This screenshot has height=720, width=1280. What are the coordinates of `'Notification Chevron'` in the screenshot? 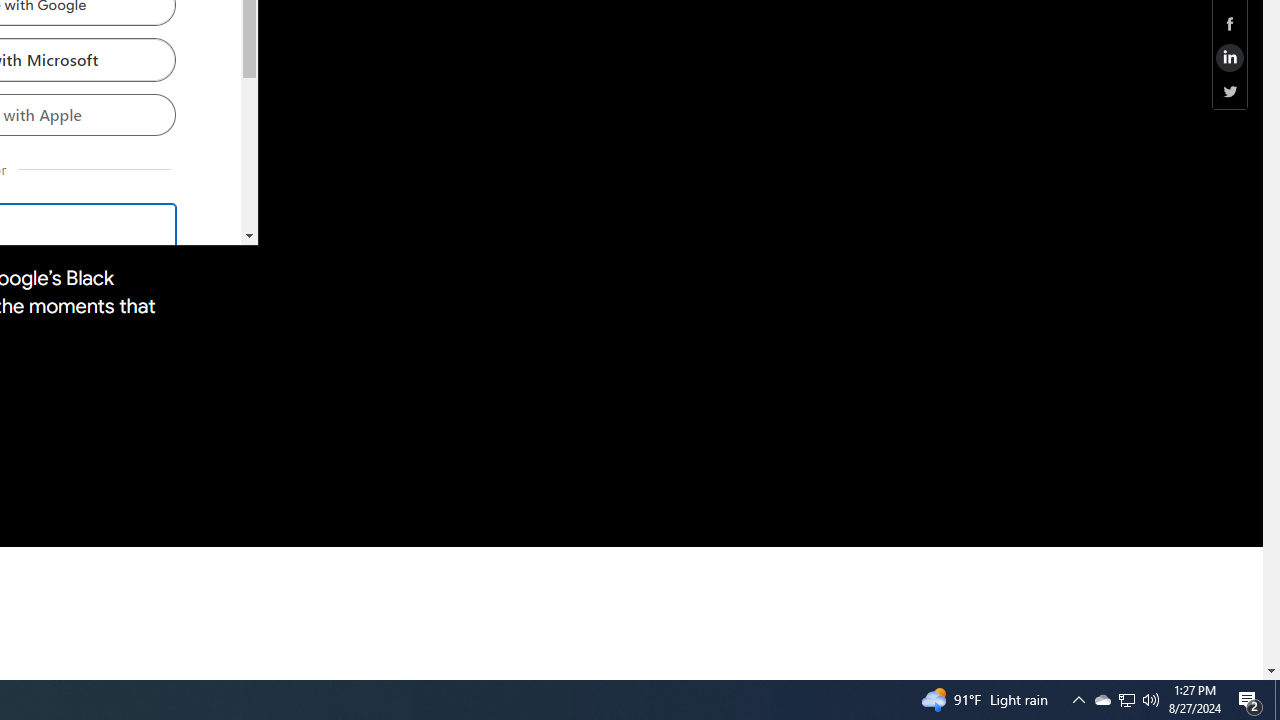 It's located at (1078, 698).